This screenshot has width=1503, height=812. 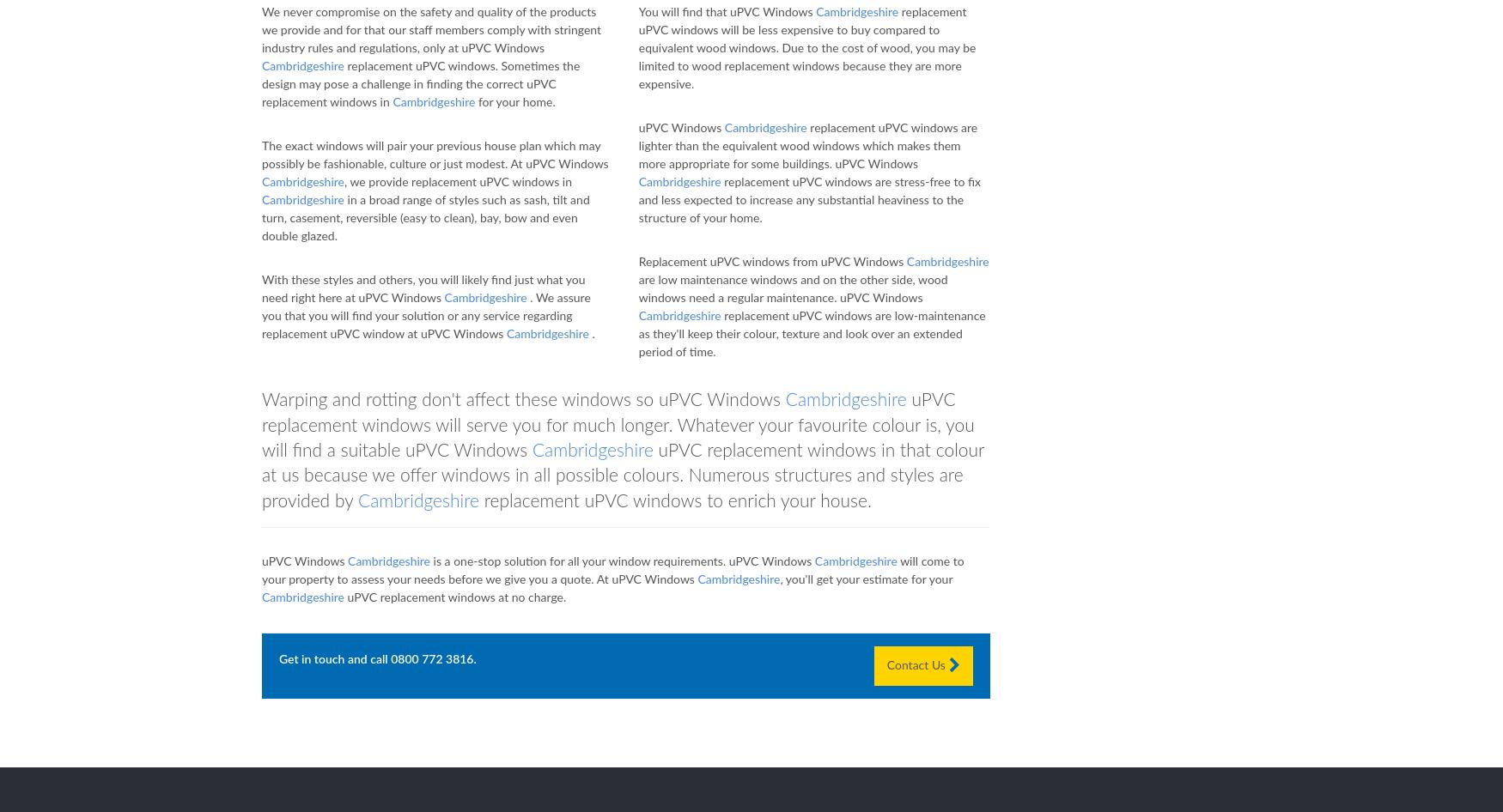 What do you see at coordinates (261, 31) in the screenshot?
I see `'We never compromise on the safety and quality of the products we provide and for that our staff members comply with stringent industry rules and regulations, only at uPVC Windows'` at bounding box center [261, 31].